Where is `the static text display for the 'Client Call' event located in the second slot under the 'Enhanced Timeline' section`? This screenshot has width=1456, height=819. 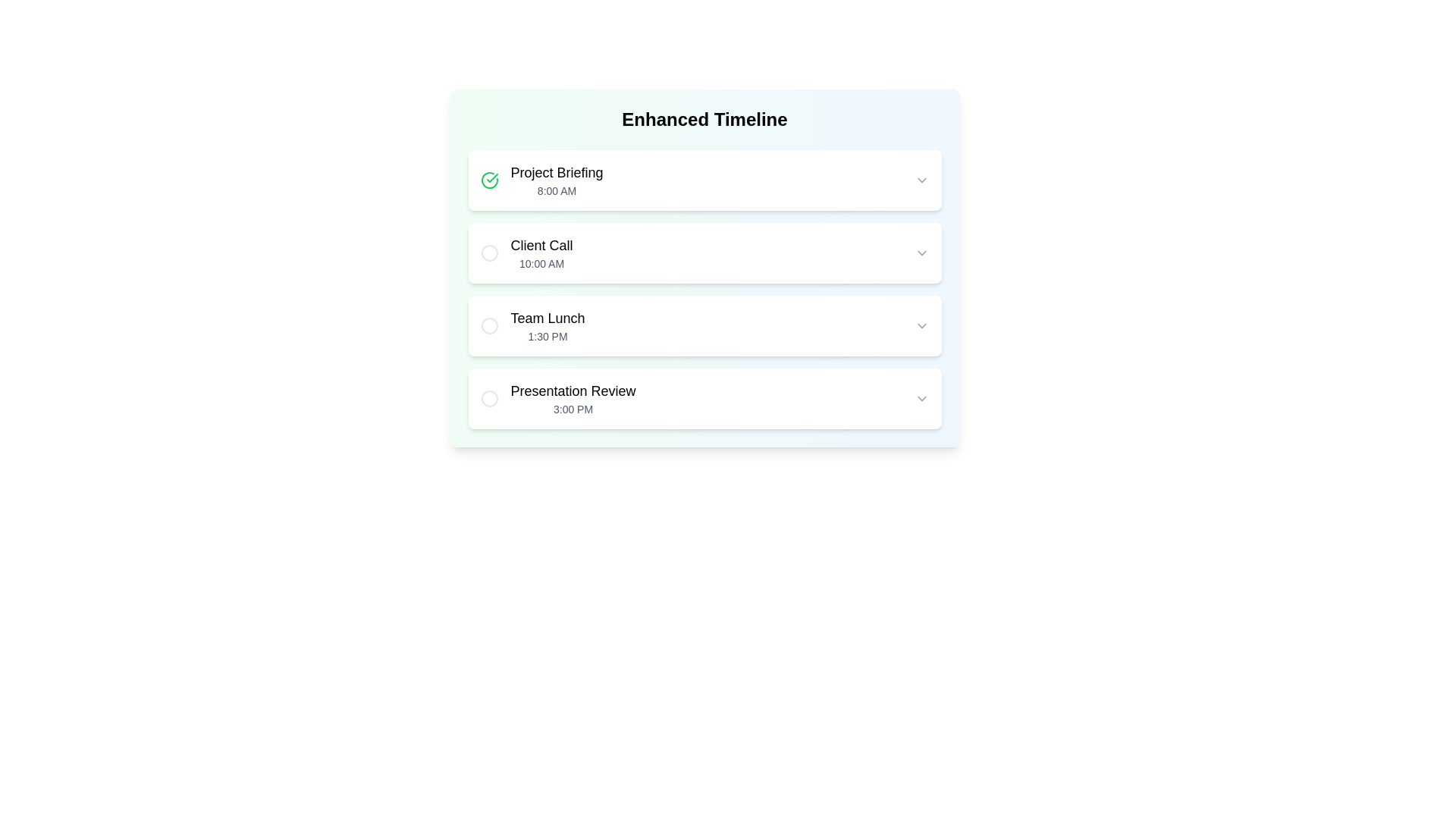 the static text display for the 'Client Call' event located in the second slot under the 'Enhanced Timeline' section is located at coordinates (541, 253).